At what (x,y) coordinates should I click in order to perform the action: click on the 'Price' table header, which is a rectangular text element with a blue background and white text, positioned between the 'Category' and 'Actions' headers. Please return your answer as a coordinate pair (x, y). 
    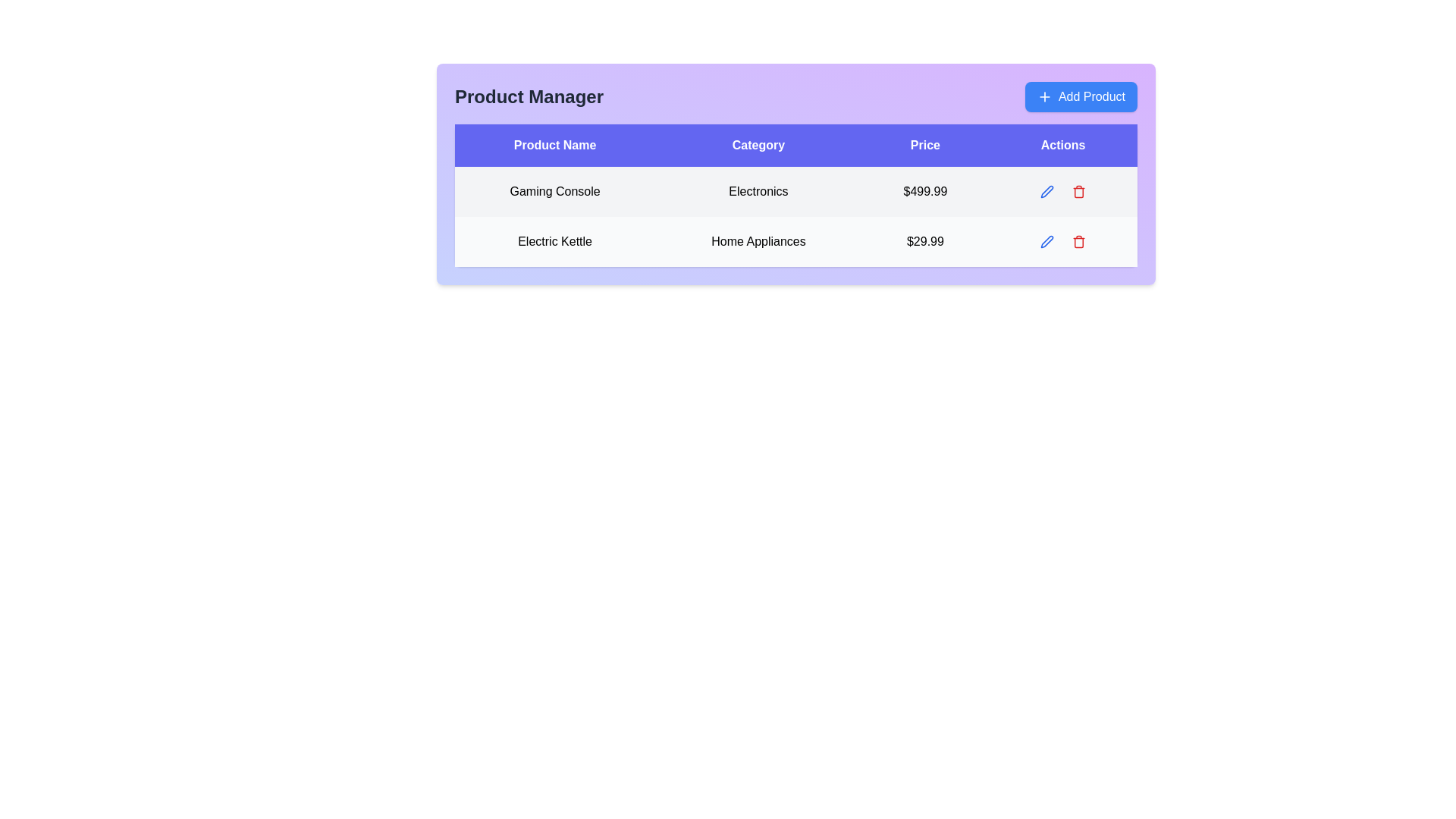
    Looking at the image, I should click on (924, 146).